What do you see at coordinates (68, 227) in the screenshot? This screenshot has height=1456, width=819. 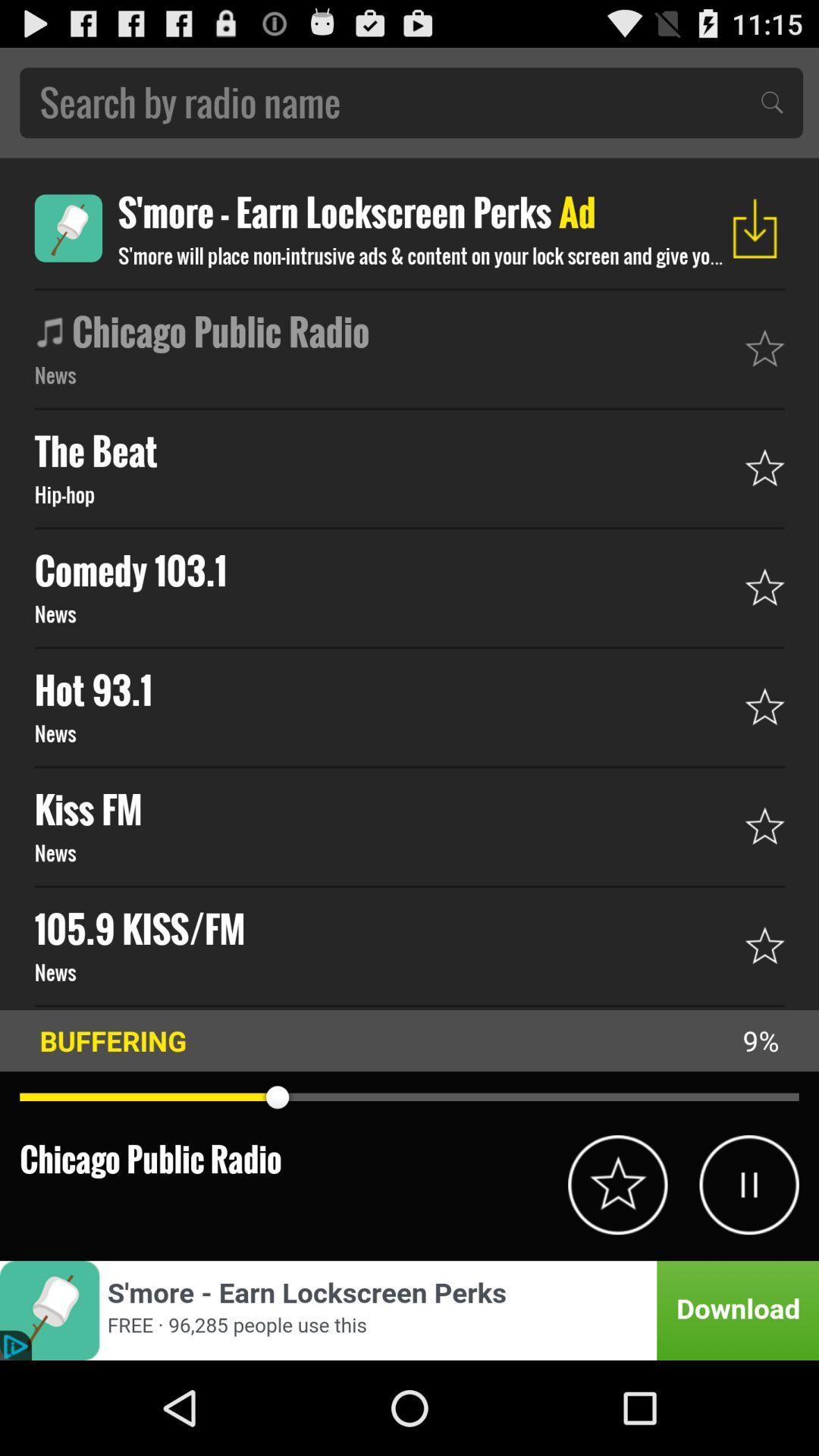 I see `open advertisement` at bounding box center [68, 227].